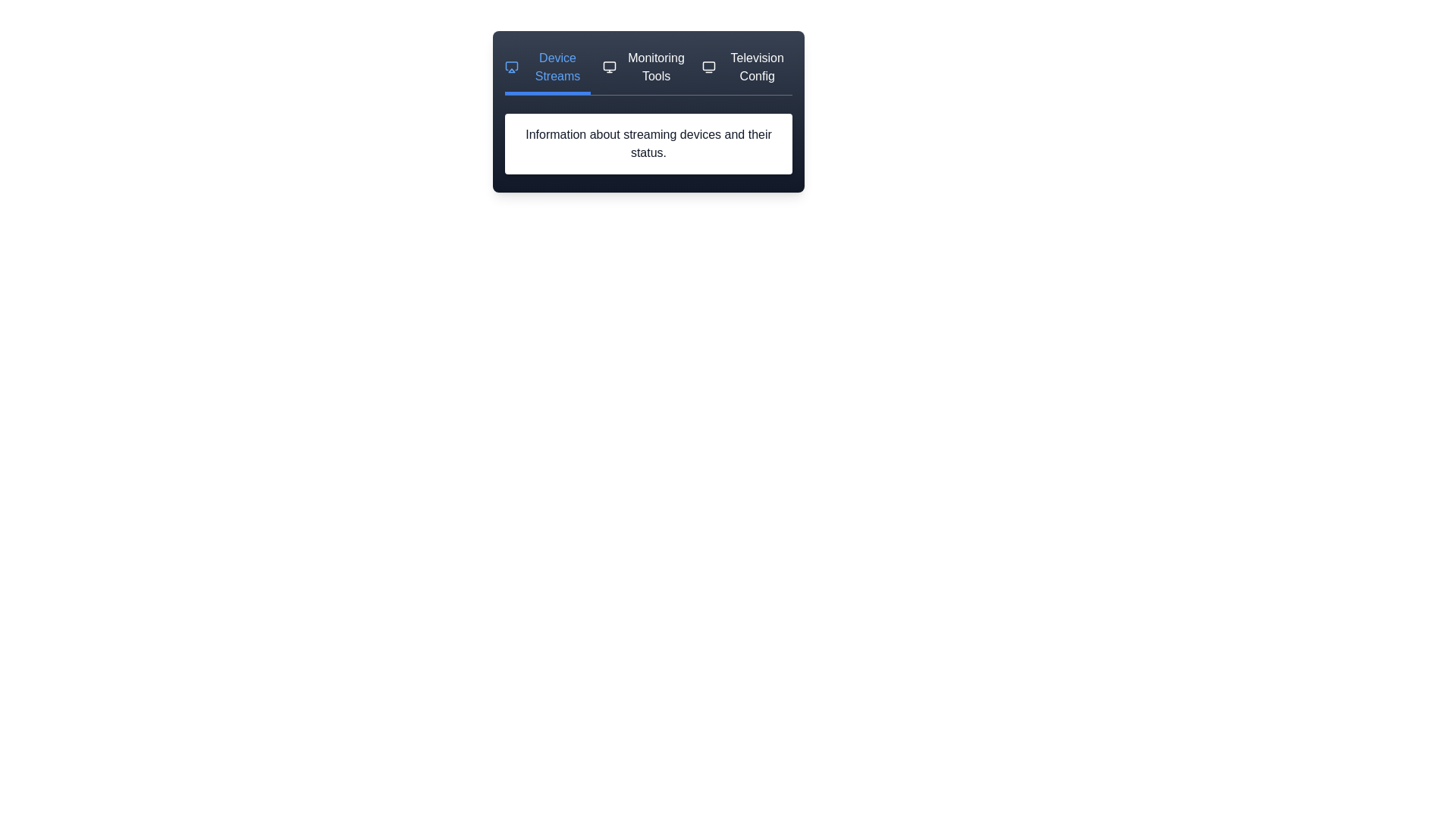 This screenshot has width=1456, height=819. I want to click on the icon next to the tab labeled Monitoring Tools, so click(608, 66).